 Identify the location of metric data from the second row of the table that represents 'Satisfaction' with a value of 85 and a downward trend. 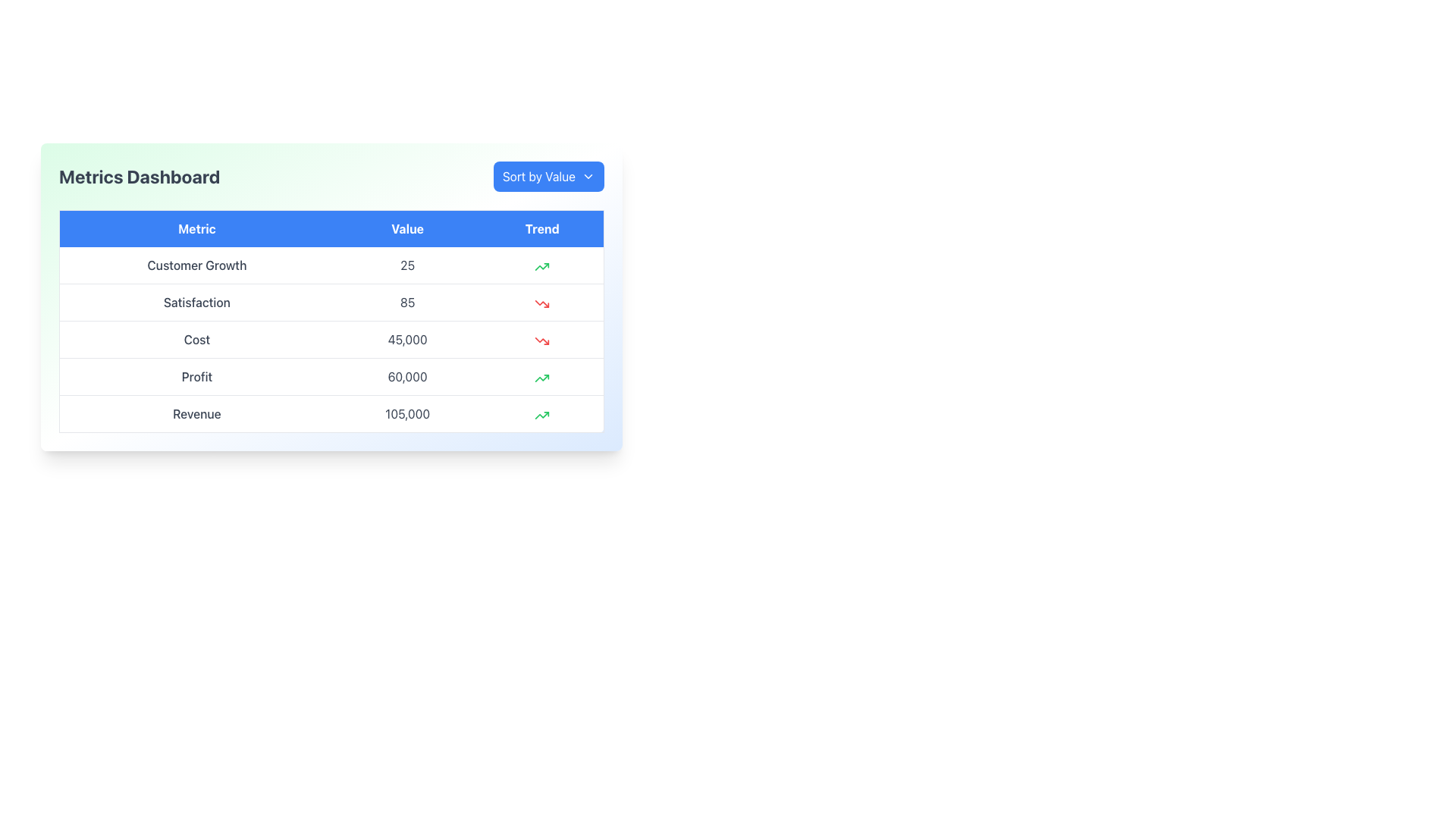
(331, 302).